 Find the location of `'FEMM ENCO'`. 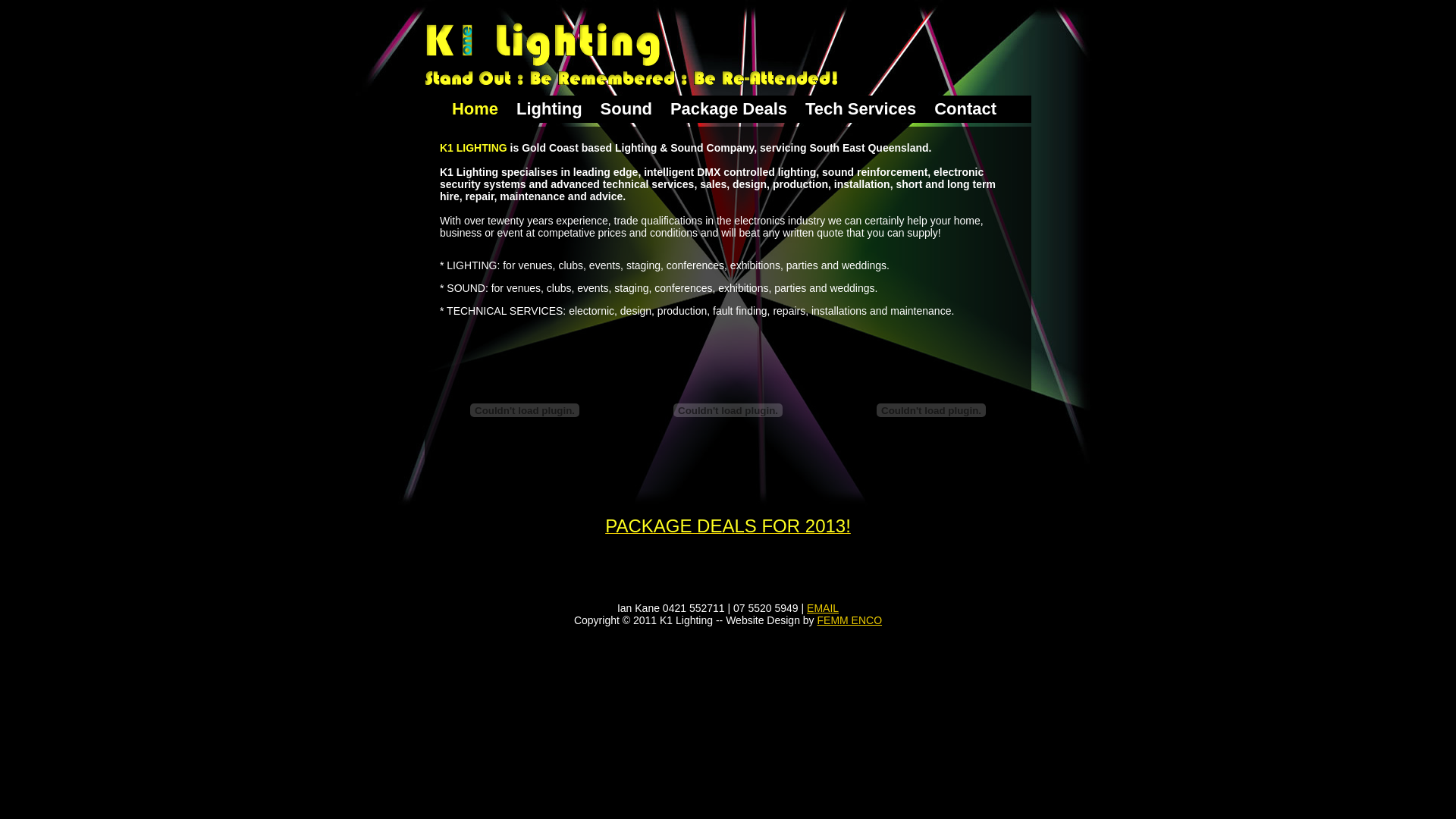

'FEMM ENCO' is located at coordinates (850, 620).